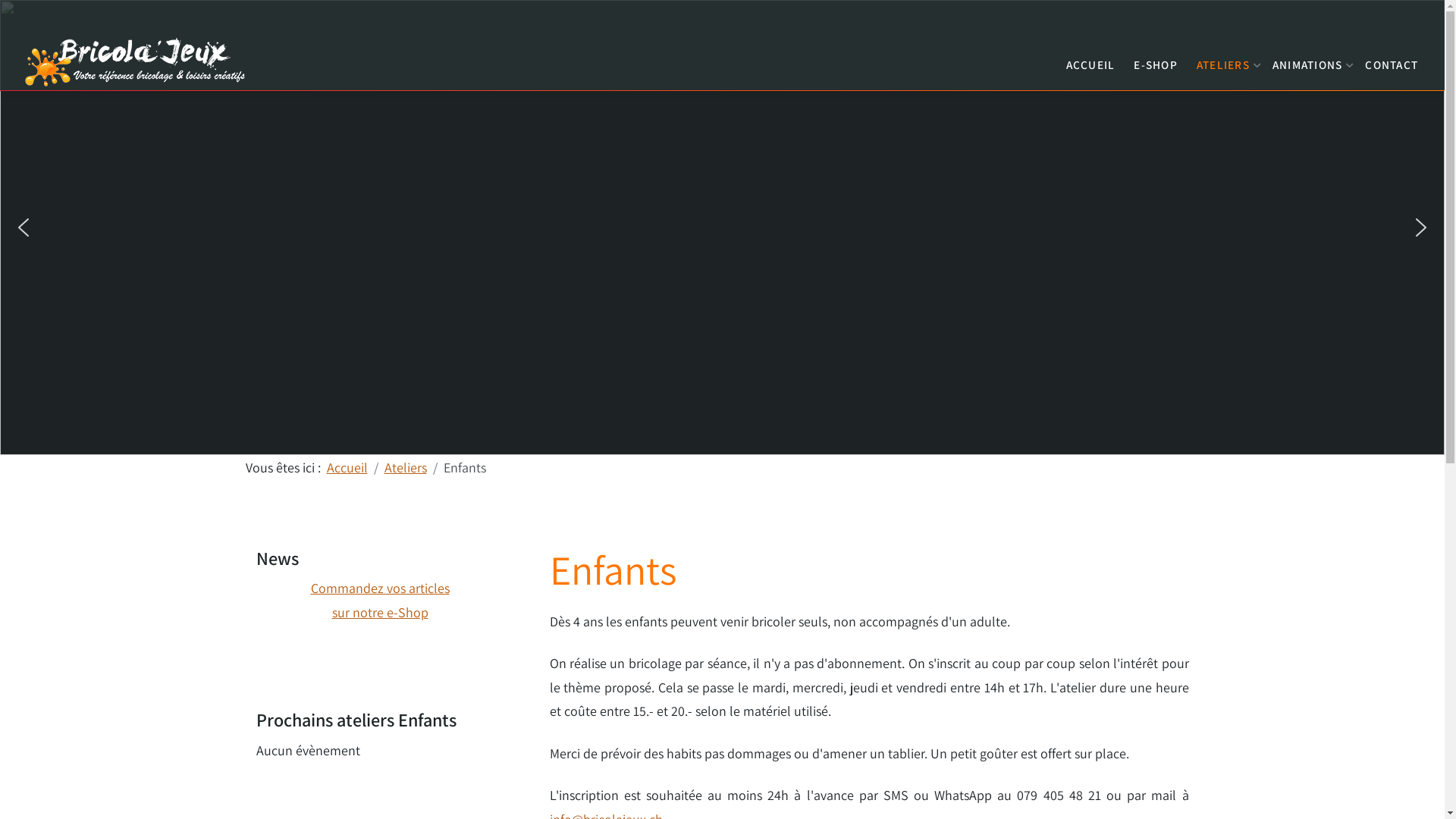 Image resolution: width=1456 pixels, height=819 pixels. What do you see at coordinates (1129, 60) in the screenshot?
I see `'E-SHOP'` at bounding box center [1129, 60].